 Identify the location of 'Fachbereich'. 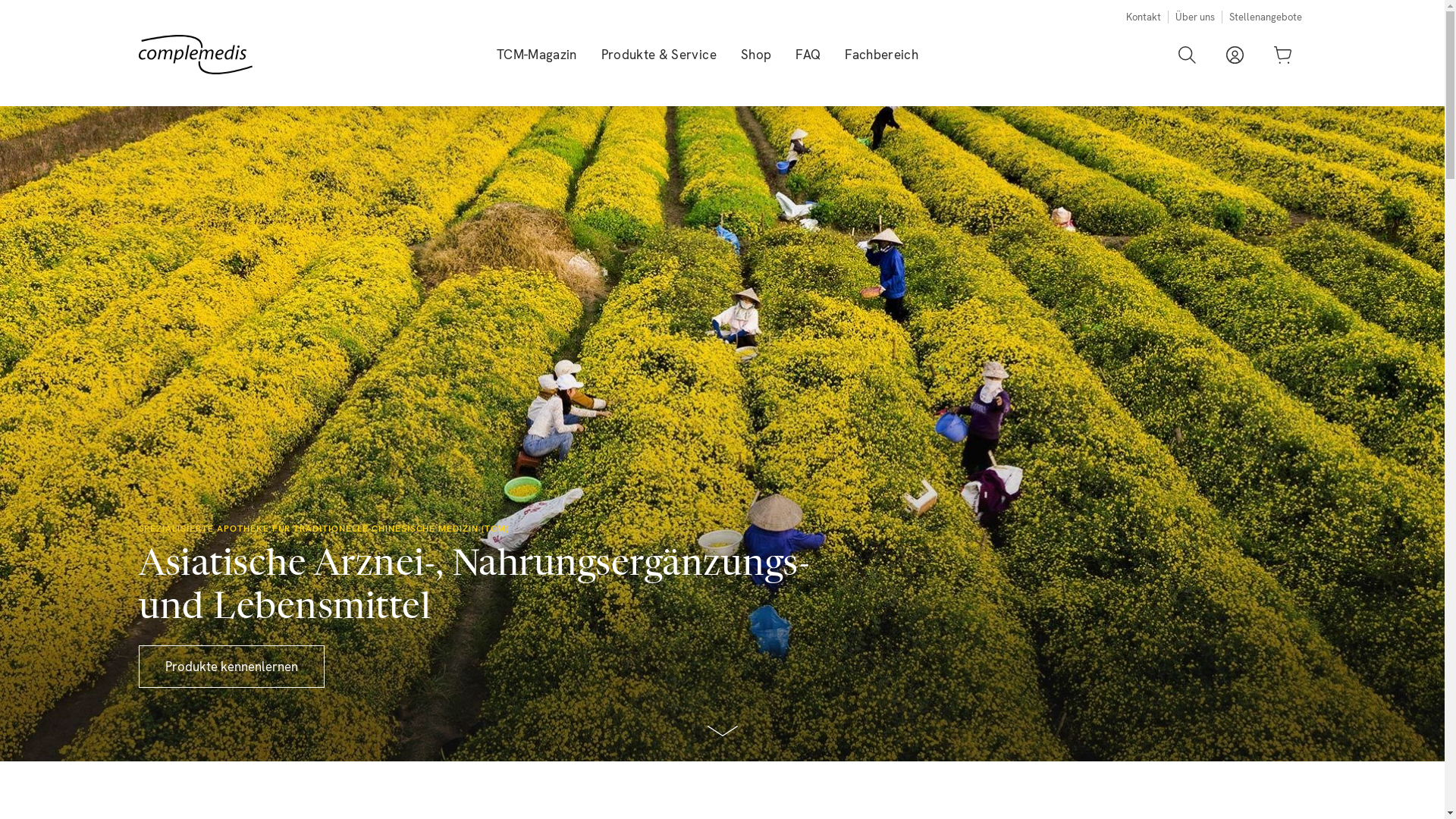
(881, 54).